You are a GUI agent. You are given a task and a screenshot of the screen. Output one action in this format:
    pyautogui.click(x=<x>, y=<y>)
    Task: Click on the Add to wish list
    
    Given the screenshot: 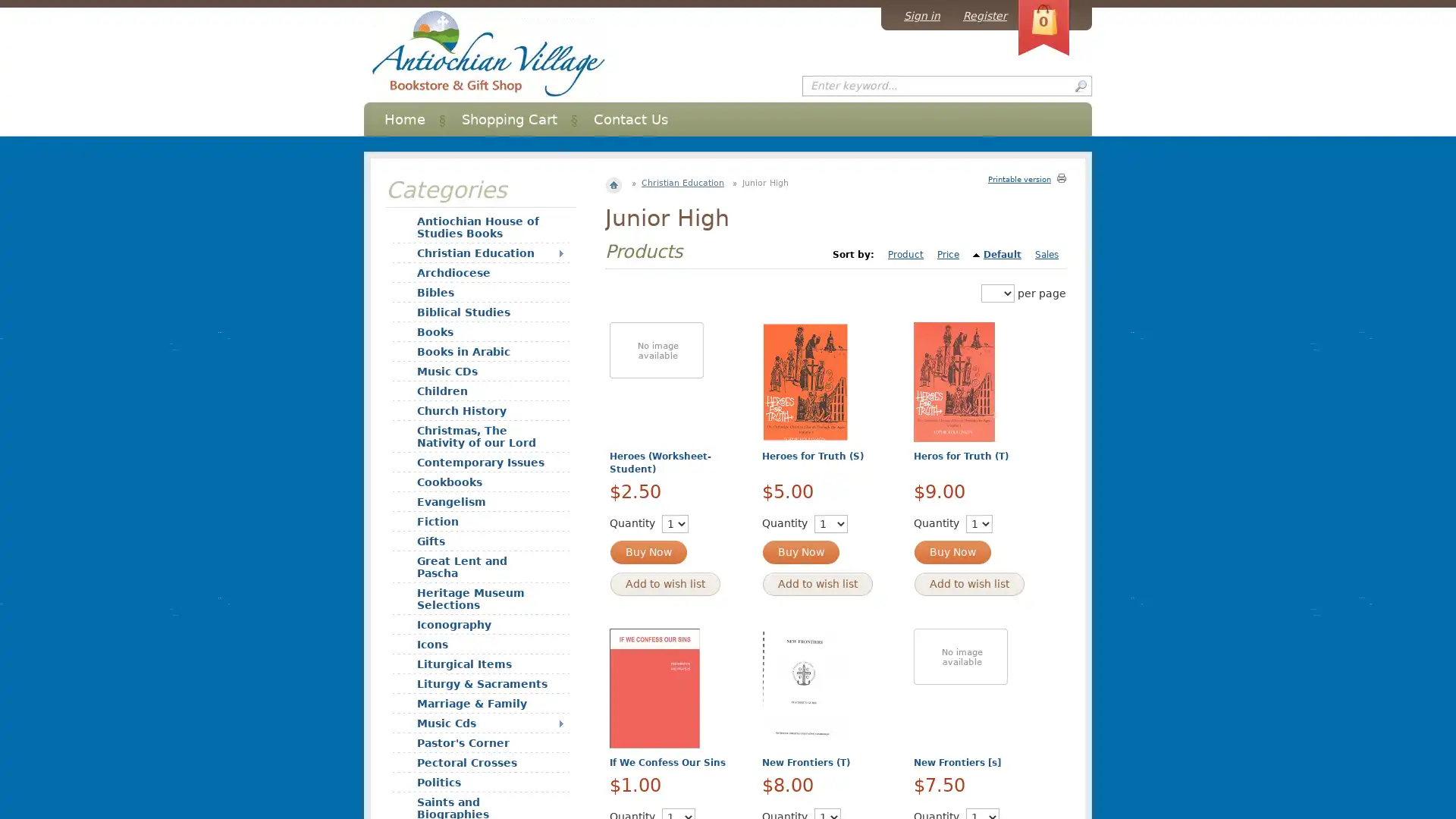 What is the action you would take?
    pyautogui.click(x=816, y=583)
    